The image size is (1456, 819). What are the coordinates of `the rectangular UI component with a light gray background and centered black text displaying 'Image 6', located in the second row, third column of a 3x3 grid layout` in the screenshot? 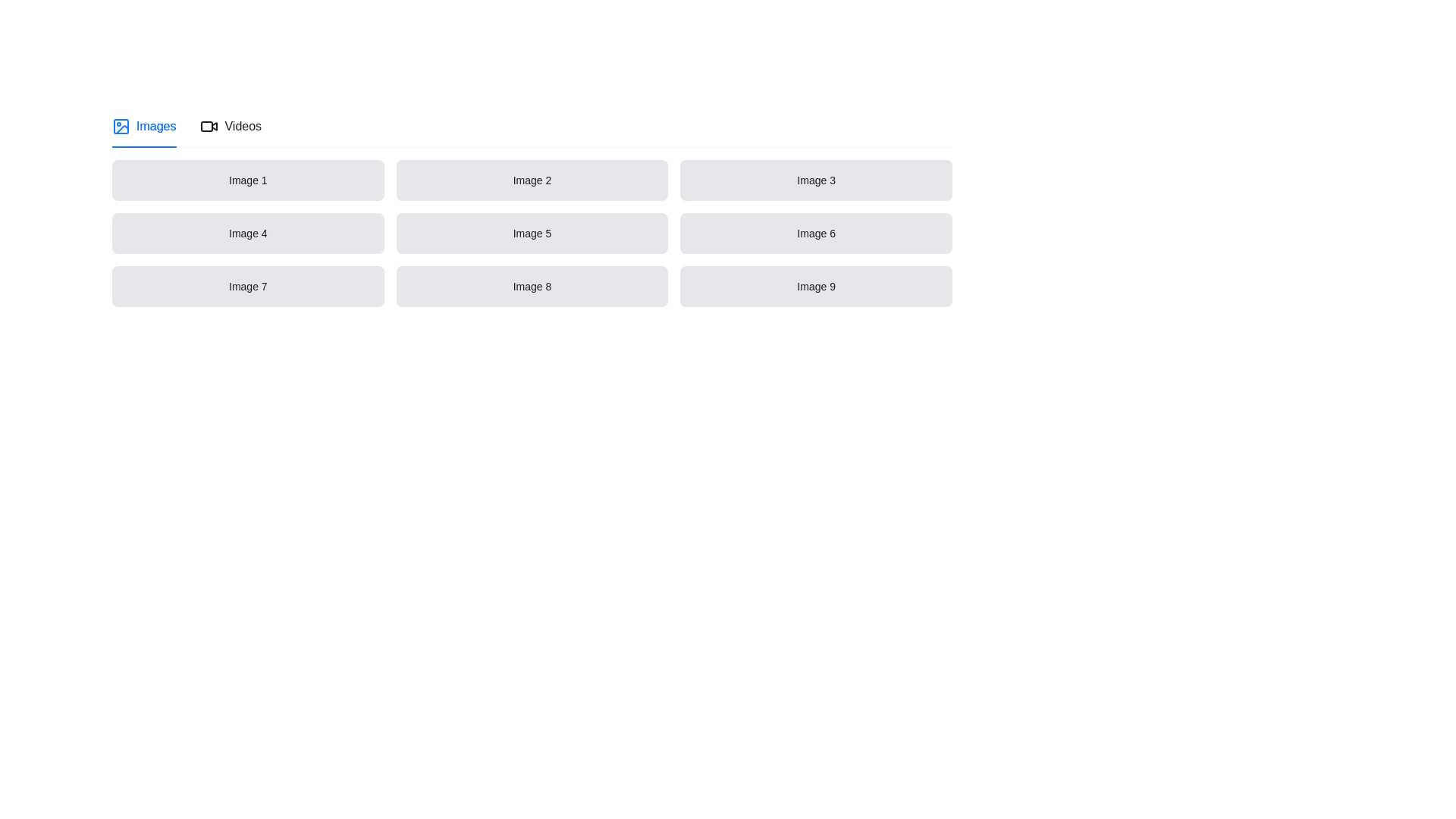 It's located at (815, 234).